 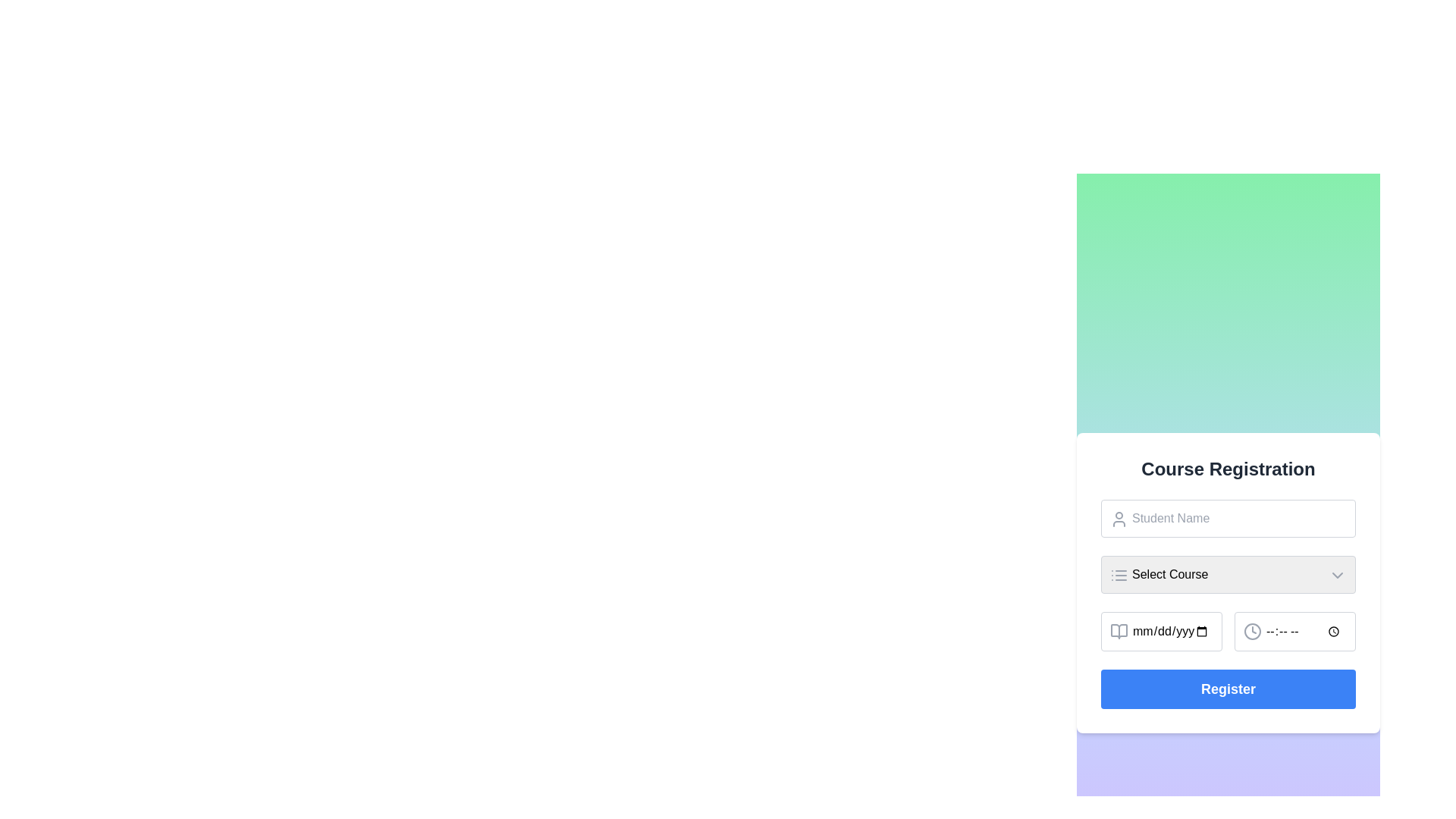 What do you see at coordinates (1228, 468) in the screenshot?
I see `the 'Course Registration' heading element, which is a bold, centrally aligned text label in dark gray on a white background, serving as the primary title for the content below` at bounding box center [1228, 468].